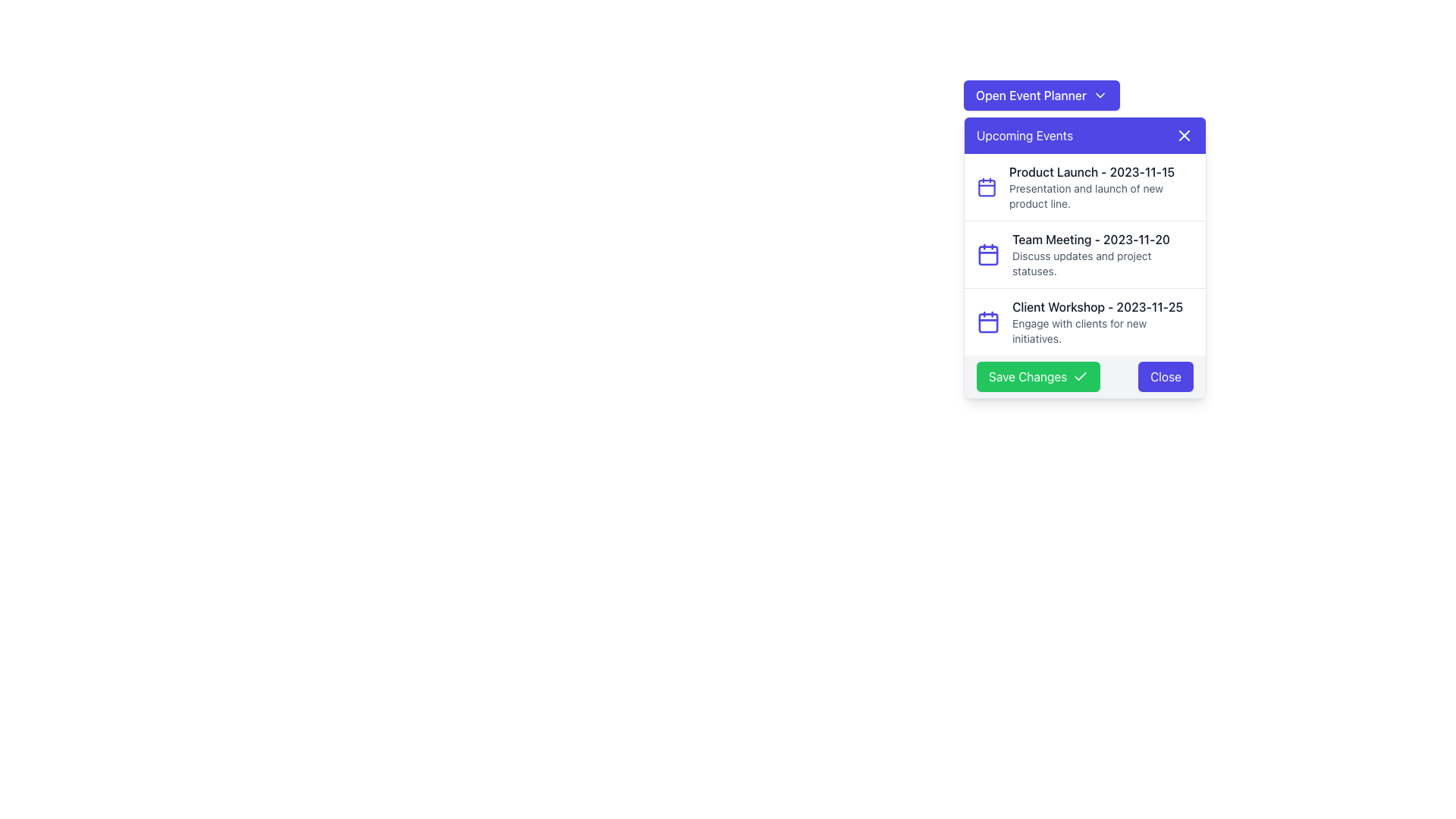 The height and width of the screenshot is (819, 1456). What do you see at coordinates (988, 253) in the screenshot?
I see `the calendar icon with an indigo rectangular frame located in the sidebar under 'Upcoming Events', specifically in the second row next to the text 'Team Meeting - 2023-11-20 Discuss updates and project statuses.'` at bounding box center [988, 253].